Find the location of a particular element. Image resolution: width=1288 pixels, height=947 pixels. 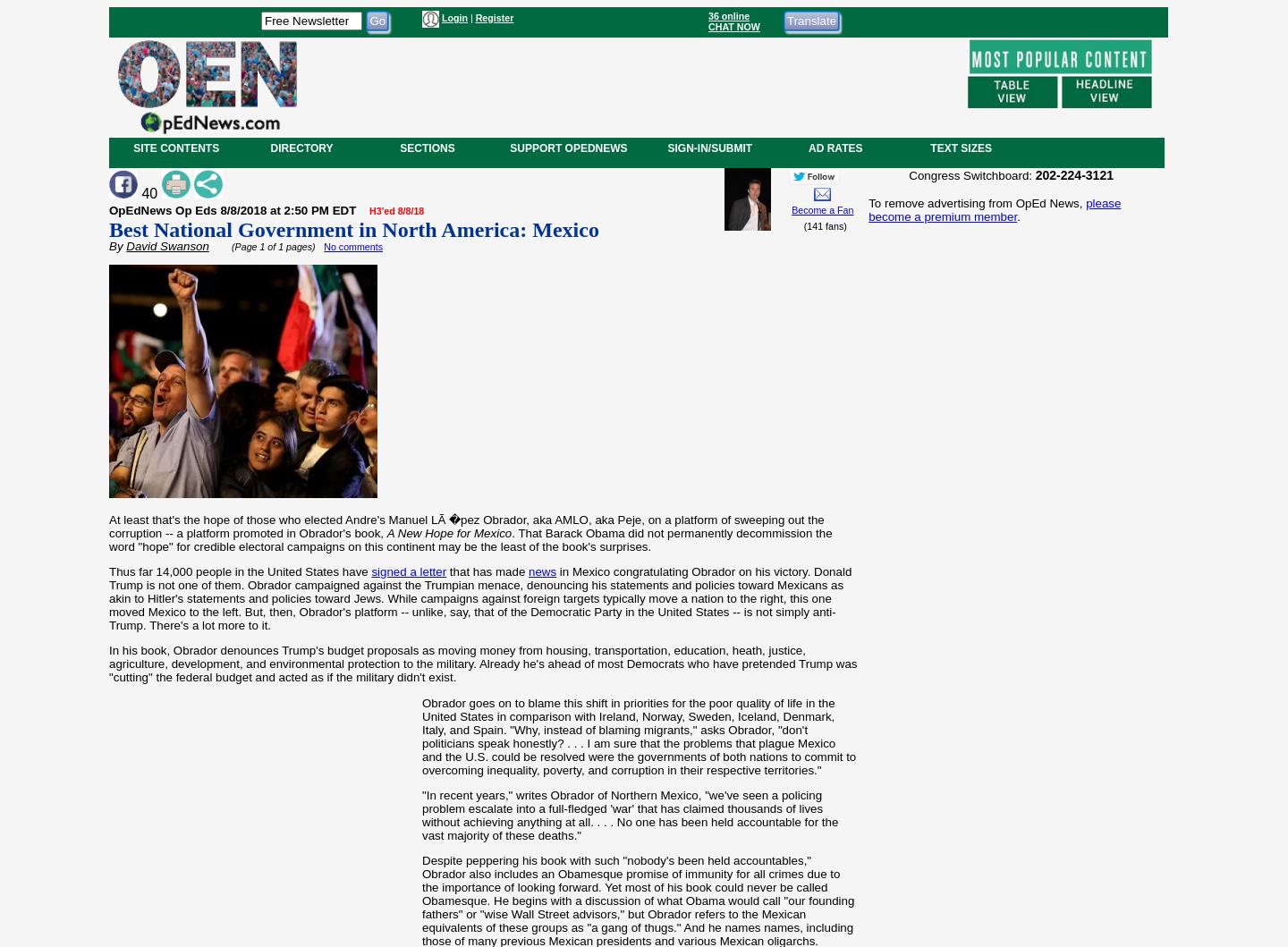

'|' is located at coordinates (470, 18).